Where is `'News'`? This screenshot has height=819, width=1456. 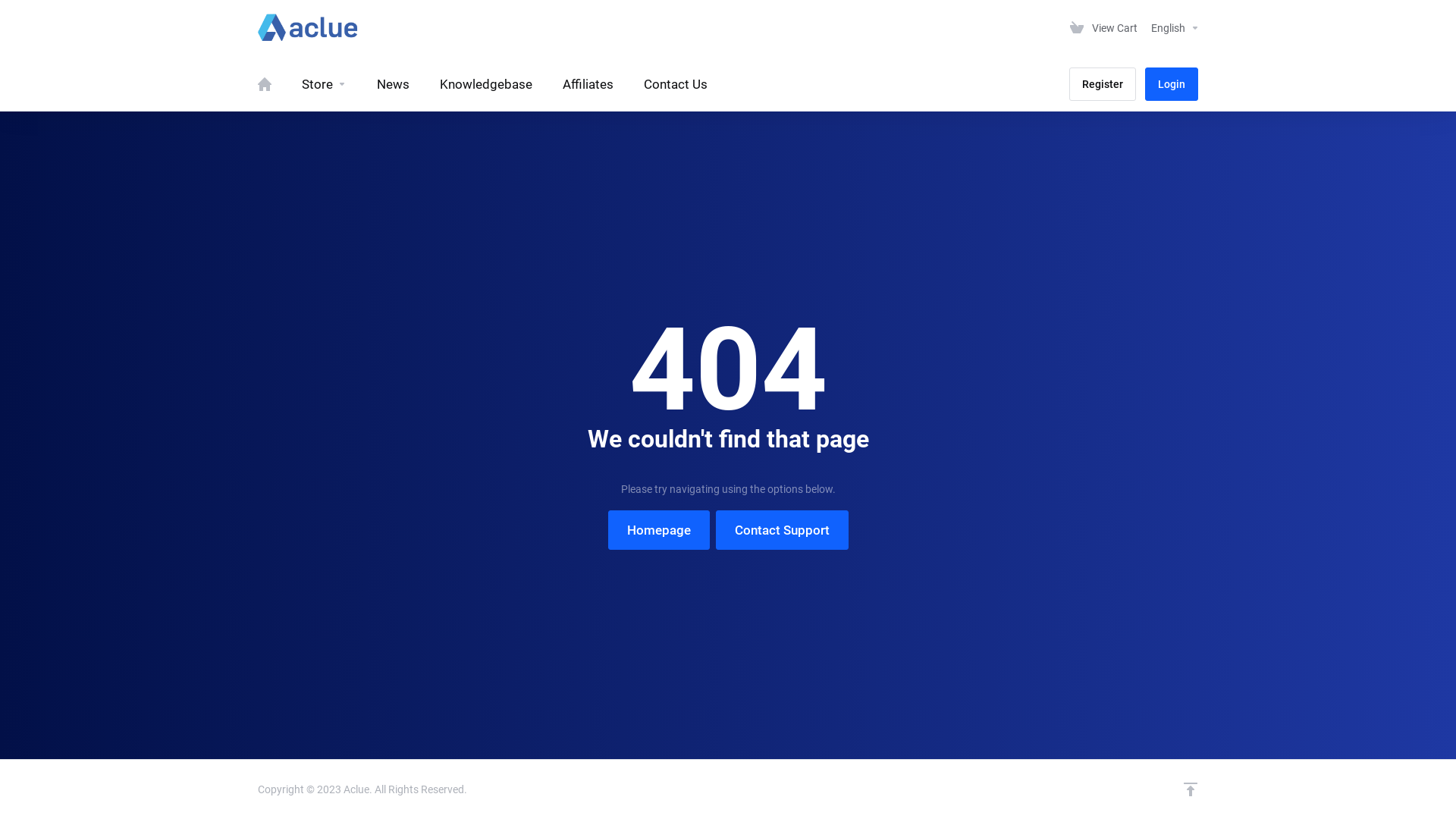
'News' is located at coordinates (393, 84).